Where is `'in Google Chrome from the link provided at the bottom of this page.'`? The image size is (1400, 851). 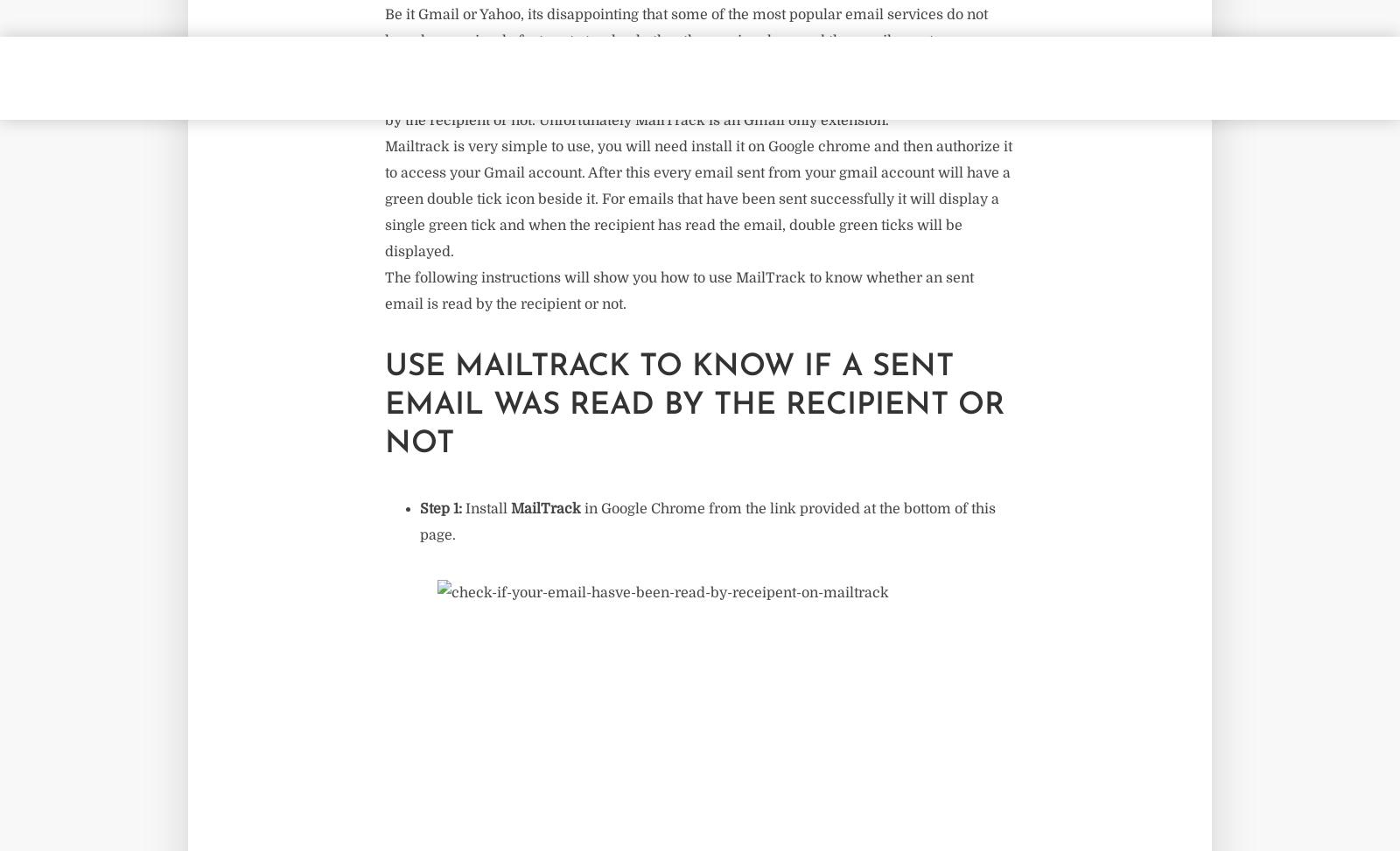 'in Google Chrome from the link provided at the bottom of this page.' is located at coordinates (706, 520).